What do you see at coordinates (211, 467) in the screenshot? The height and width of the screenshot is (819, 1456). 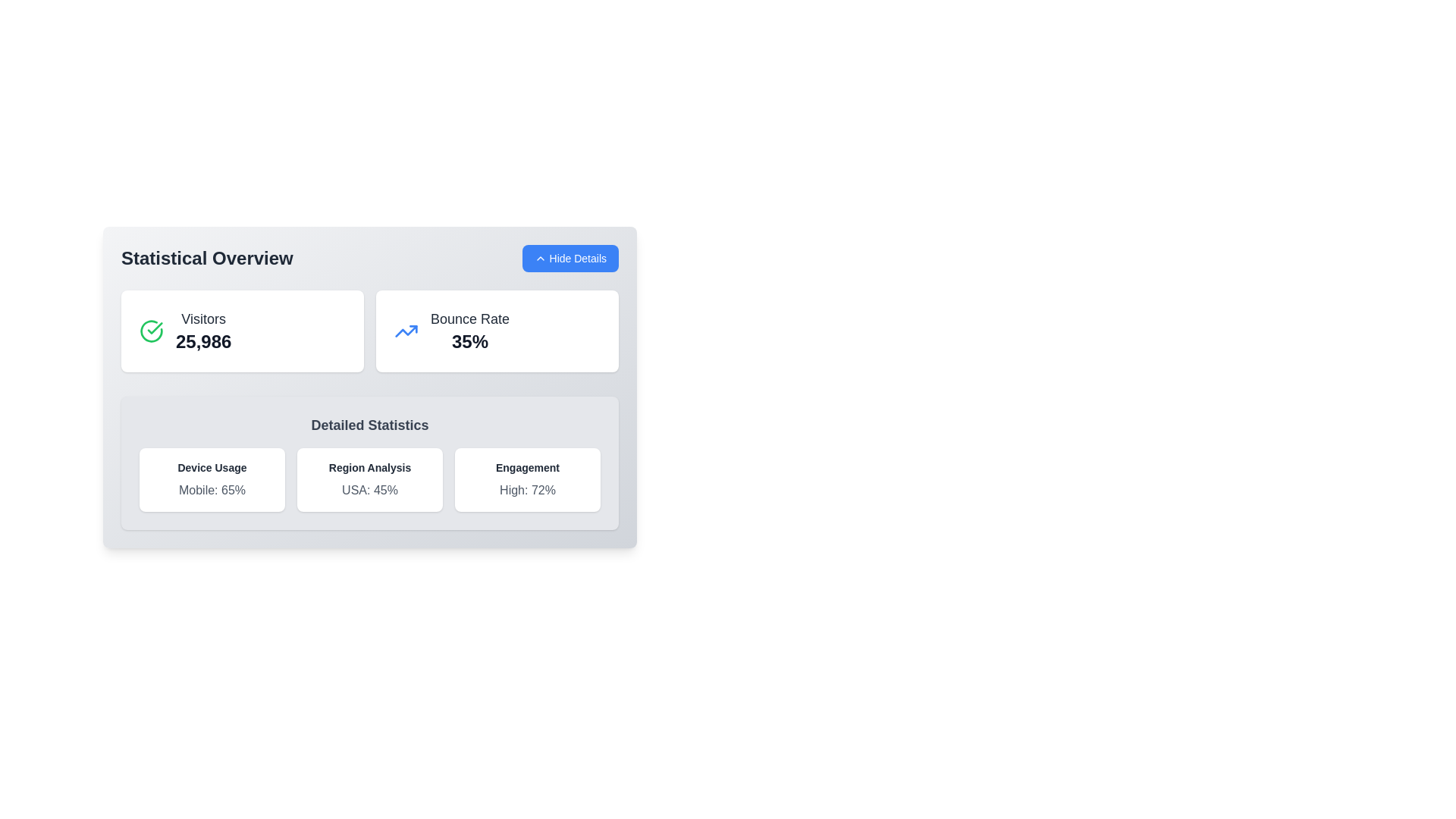 I see `the Text label heading located at the top of the 'Detailed Statistics' card, which introduces the topic of device usage data` at bounding box center [211, 467].